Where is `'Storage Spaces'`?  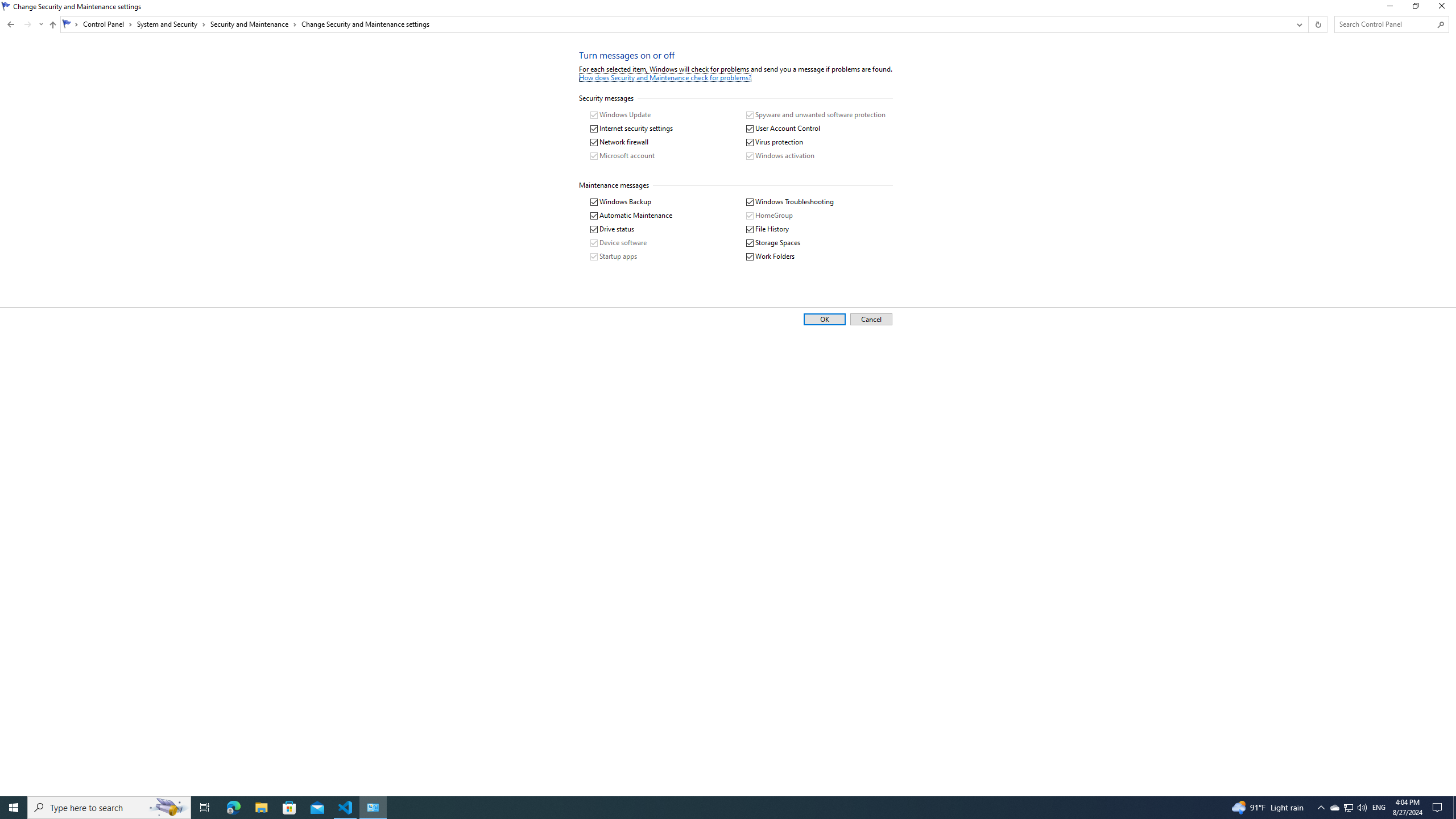
'Storage Spaces' is located at coordinates (772, 242).